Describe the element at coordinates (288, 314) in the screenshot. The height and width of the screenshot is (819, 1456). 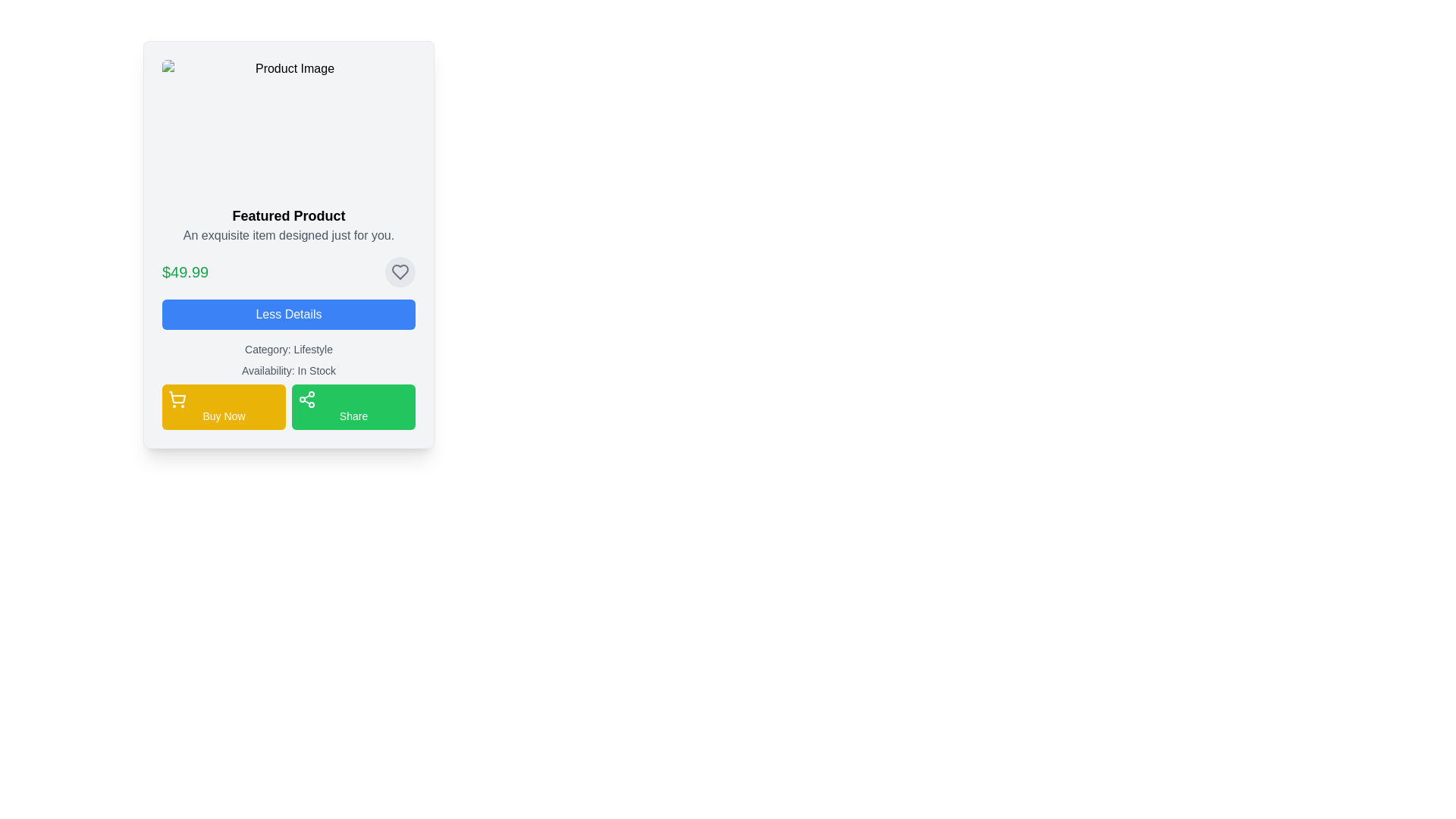
I see `the button located below the price and to the left of the description section` at that location.